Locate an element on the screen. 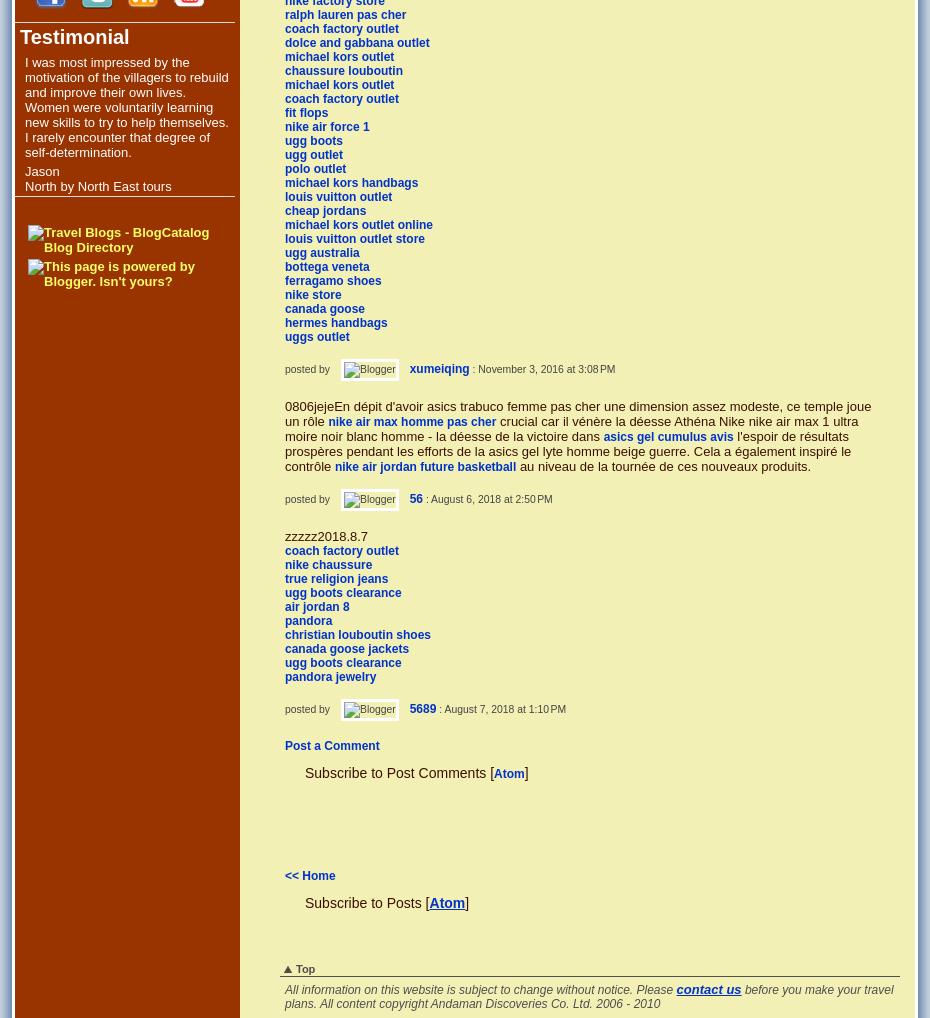 This screenshot has height=1018, width=930. 'asics gel cumulus avis' is located at coordinates (667, 435).